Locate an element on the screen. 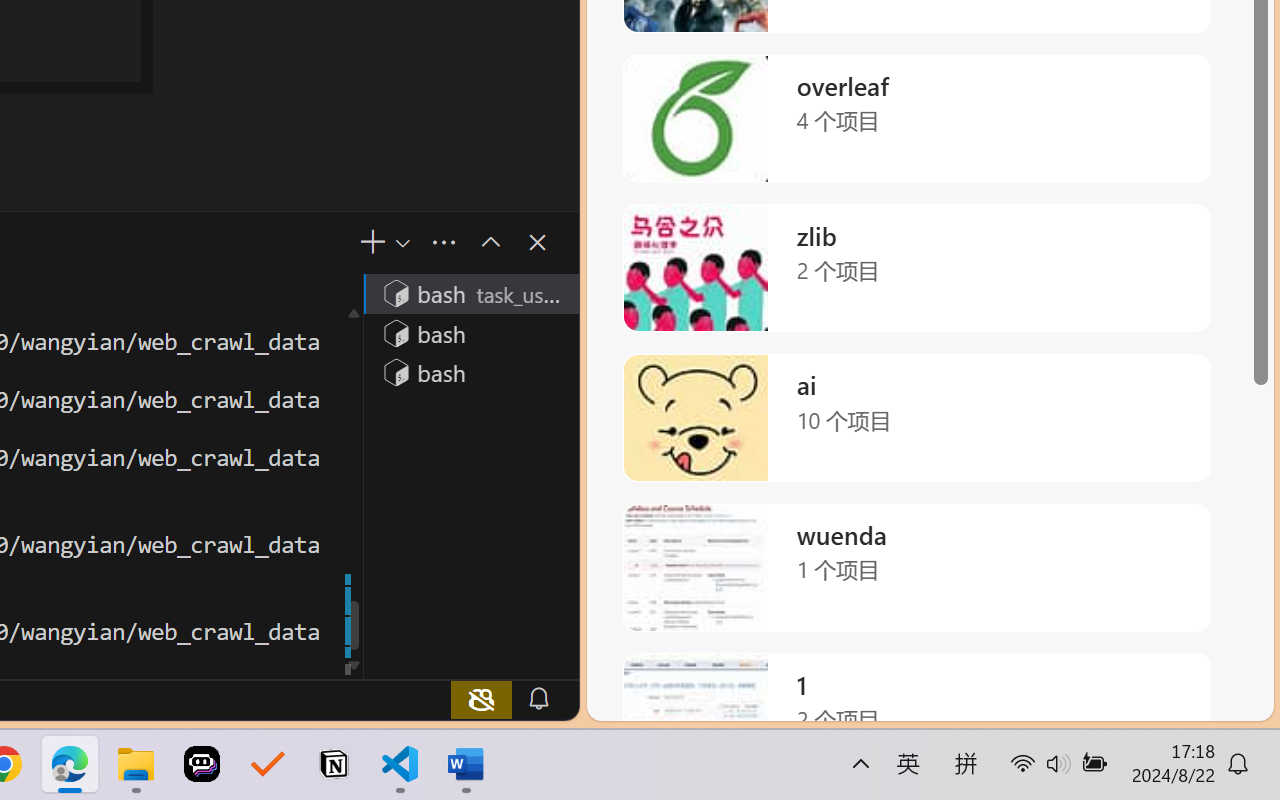  'Maximize Panel Size' is located at coordinates (488, 241).